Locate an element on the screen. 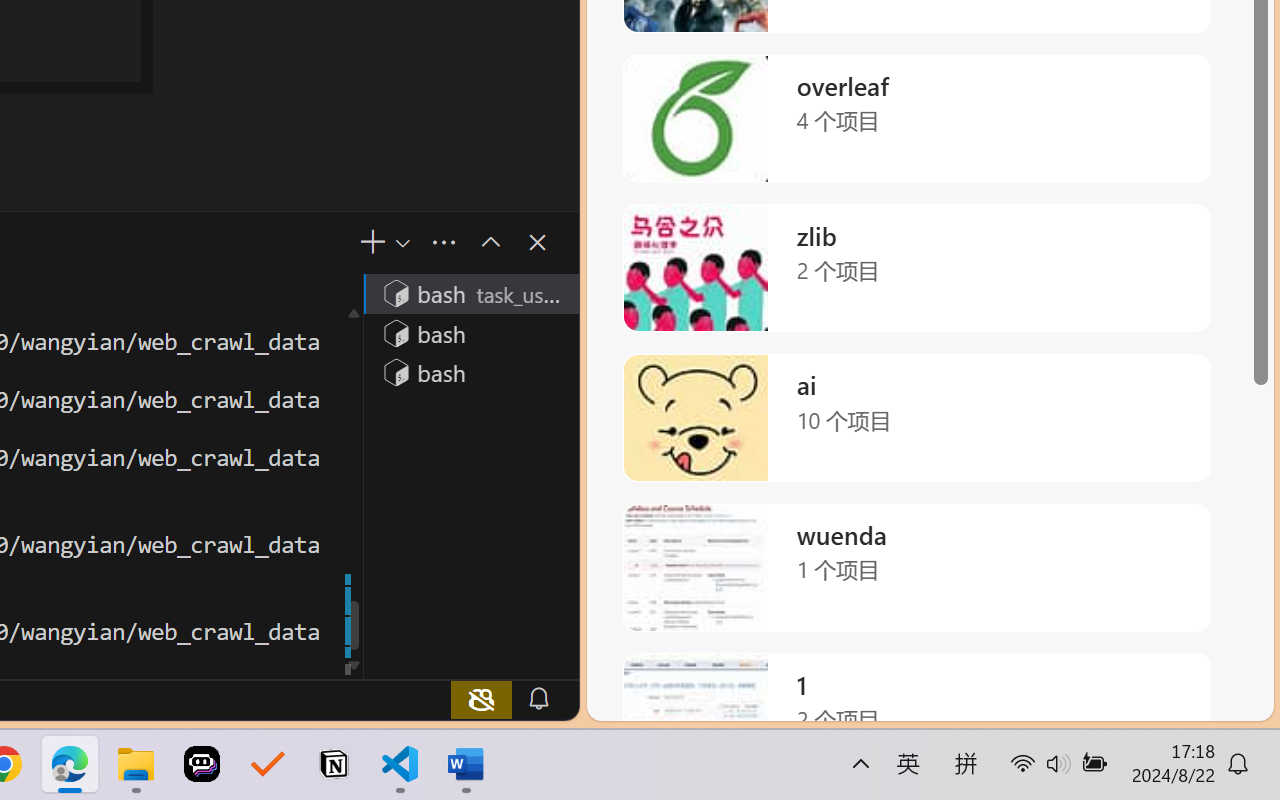  'Maximize Panel Size' is located at coordinates (488, 241).